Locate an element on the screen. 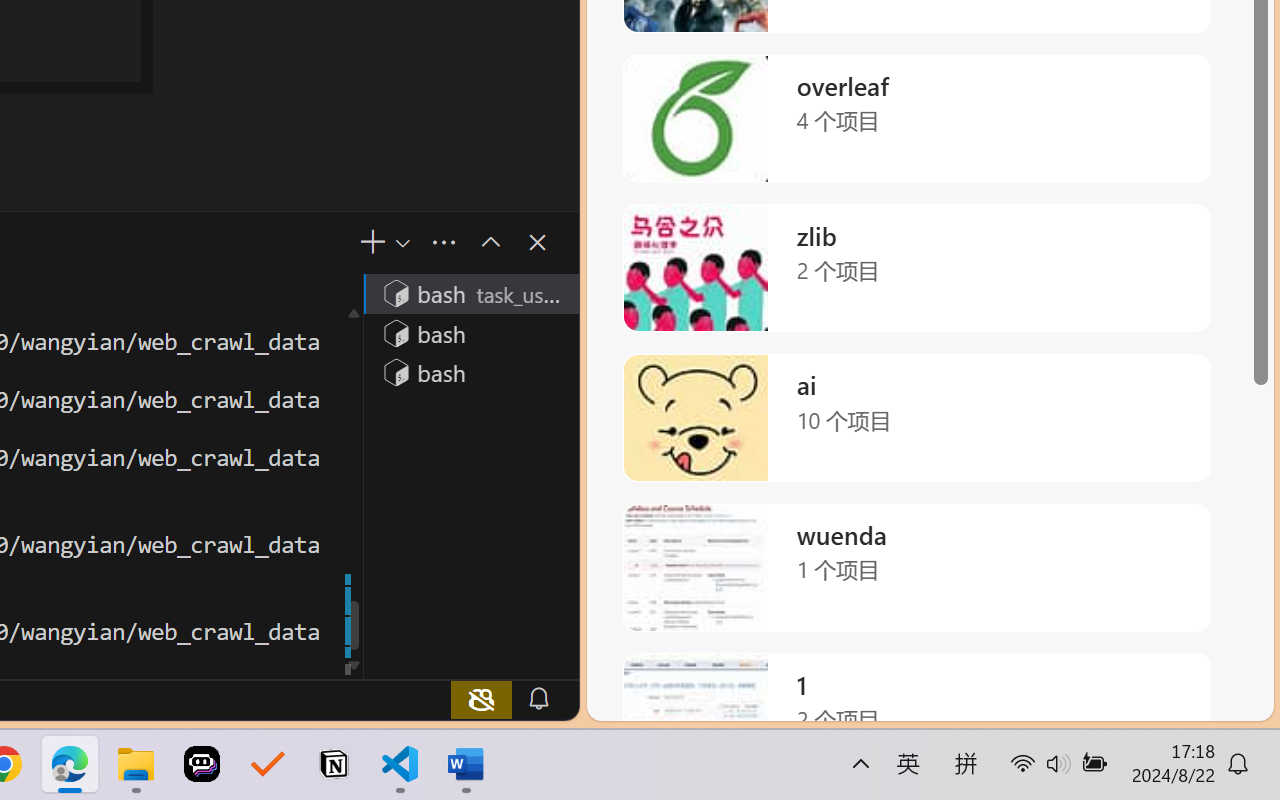  'Maximize Panel Size' is located at coordinates (488, 241).